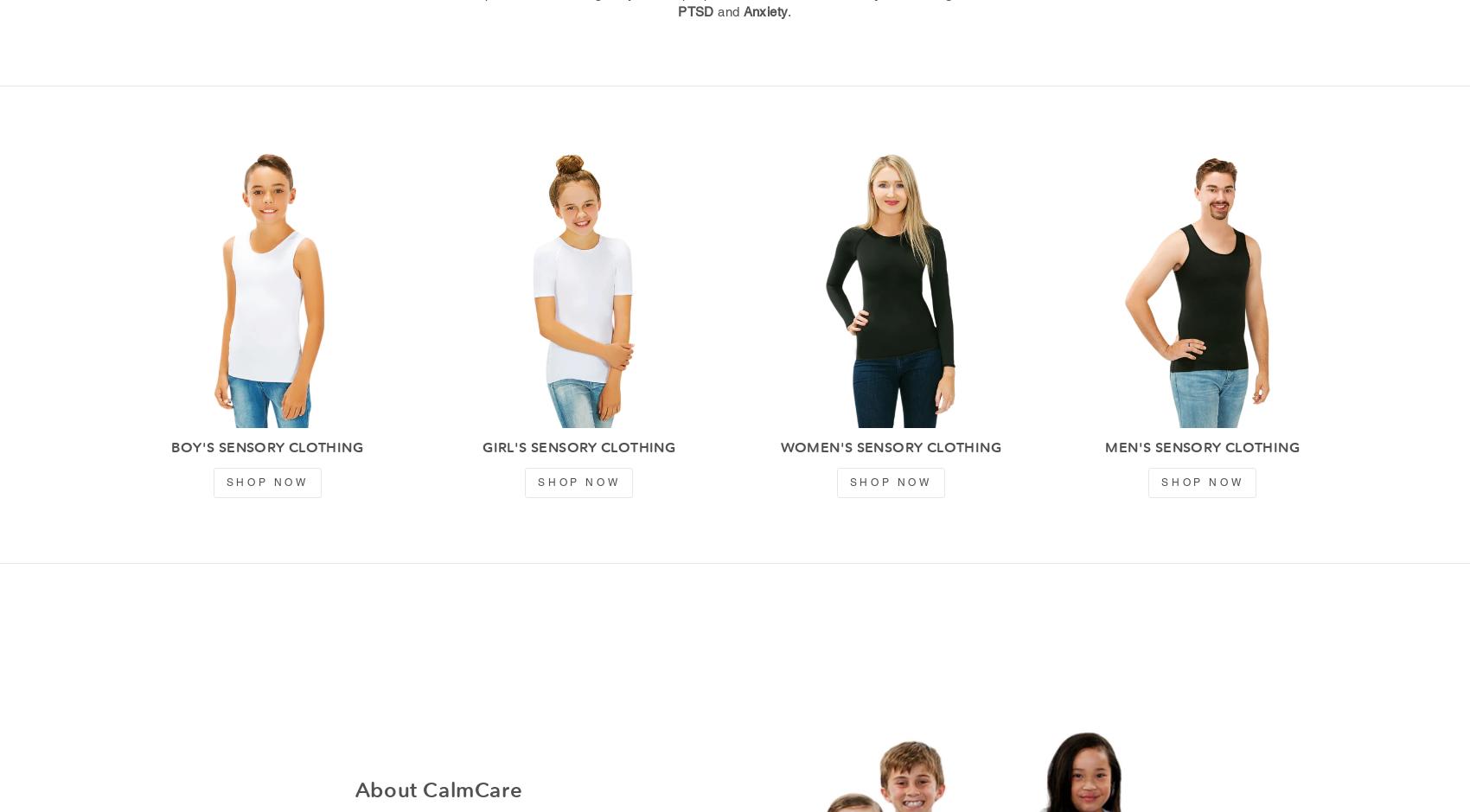 This screenshot has width=1470, height=812. Describe the element at coordinates (694, 11) in the screenshot. I see `'PTSD'` at that location.